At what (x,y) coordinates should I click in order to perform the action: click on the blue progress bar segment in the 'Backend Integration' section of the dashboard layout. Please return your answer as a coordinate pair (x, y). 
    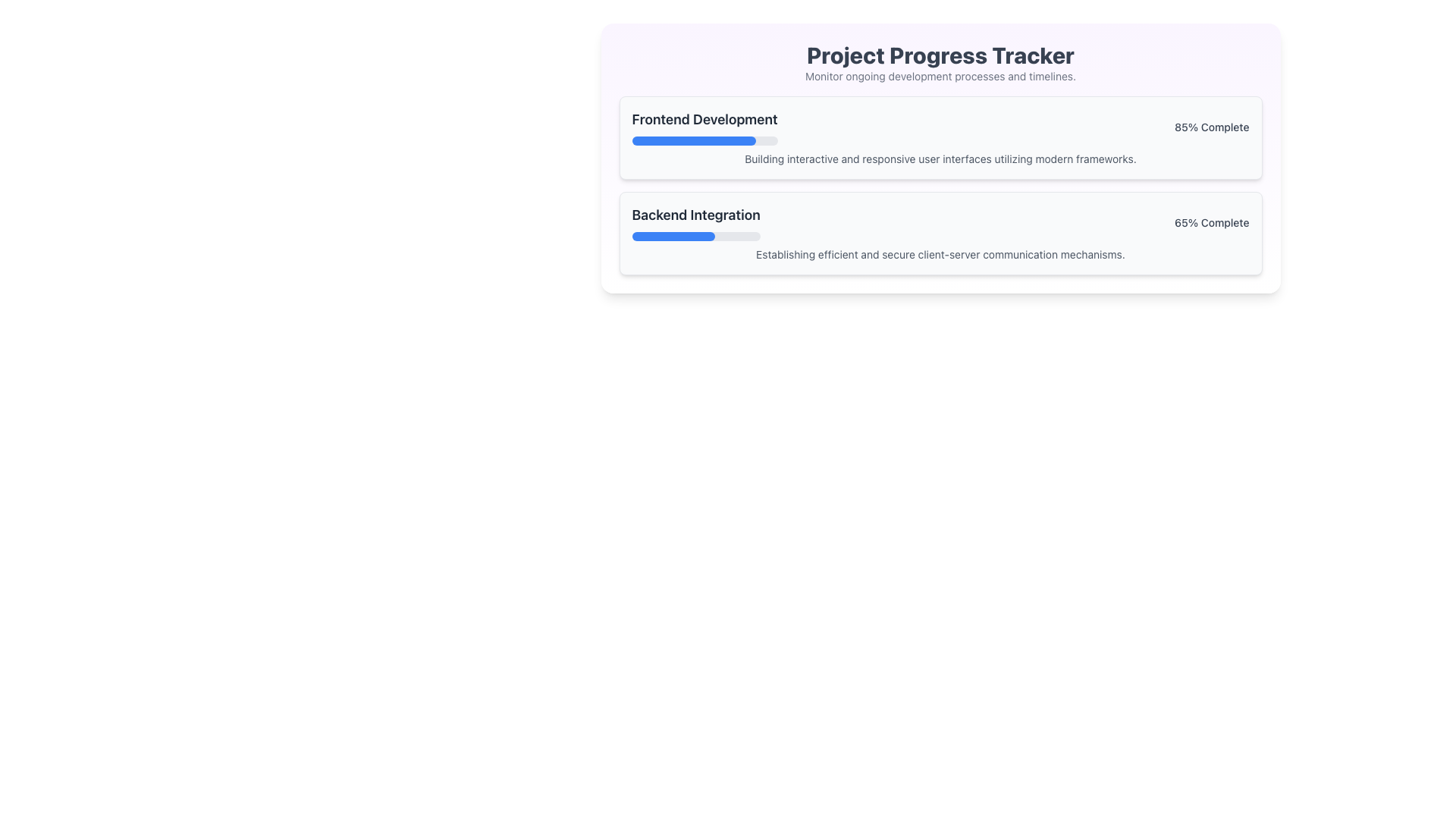
    Looking at the image, I should click on (673, 237).